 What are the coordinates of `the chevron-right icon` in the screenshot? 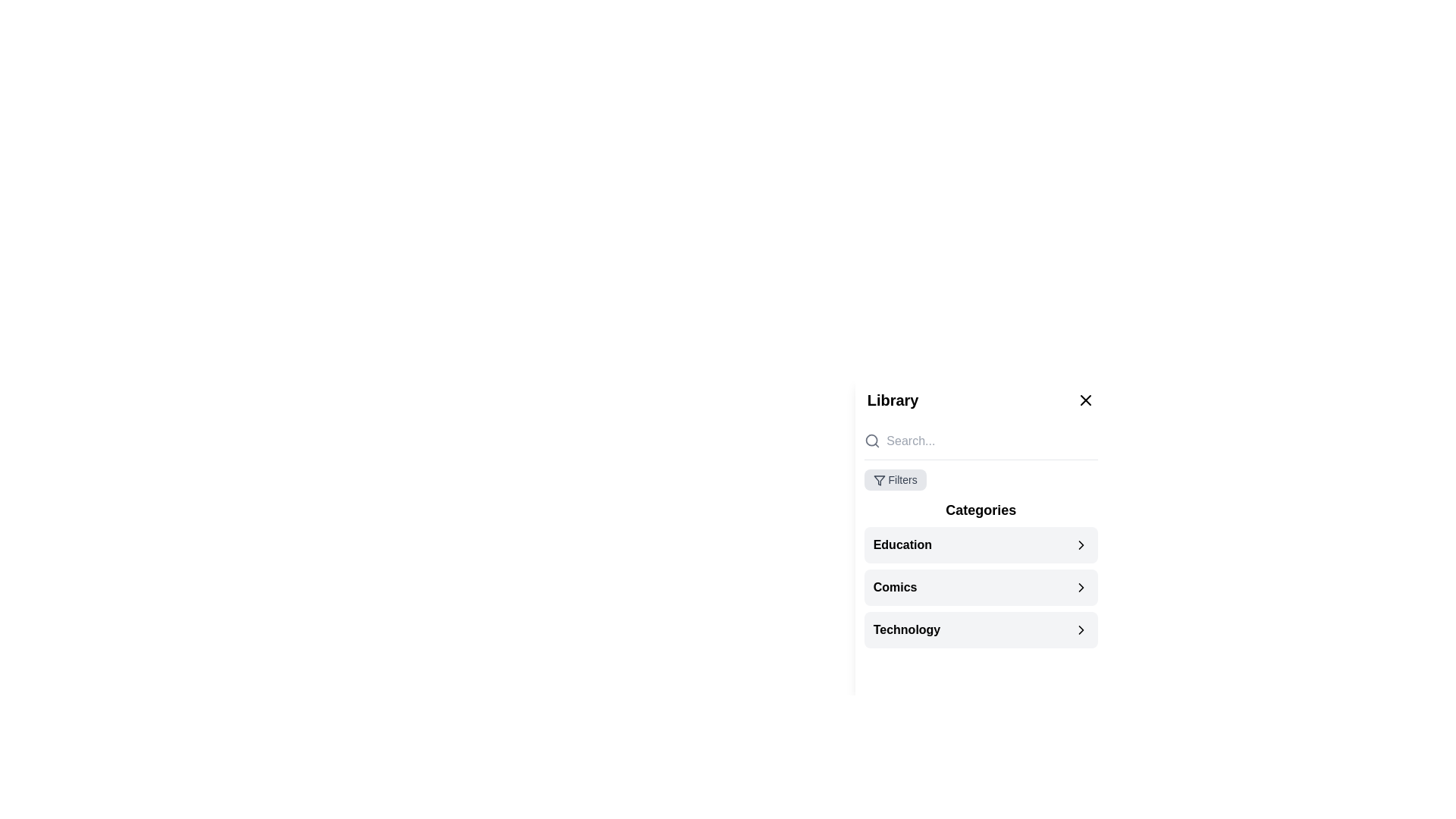 It's located at (1080, 544).